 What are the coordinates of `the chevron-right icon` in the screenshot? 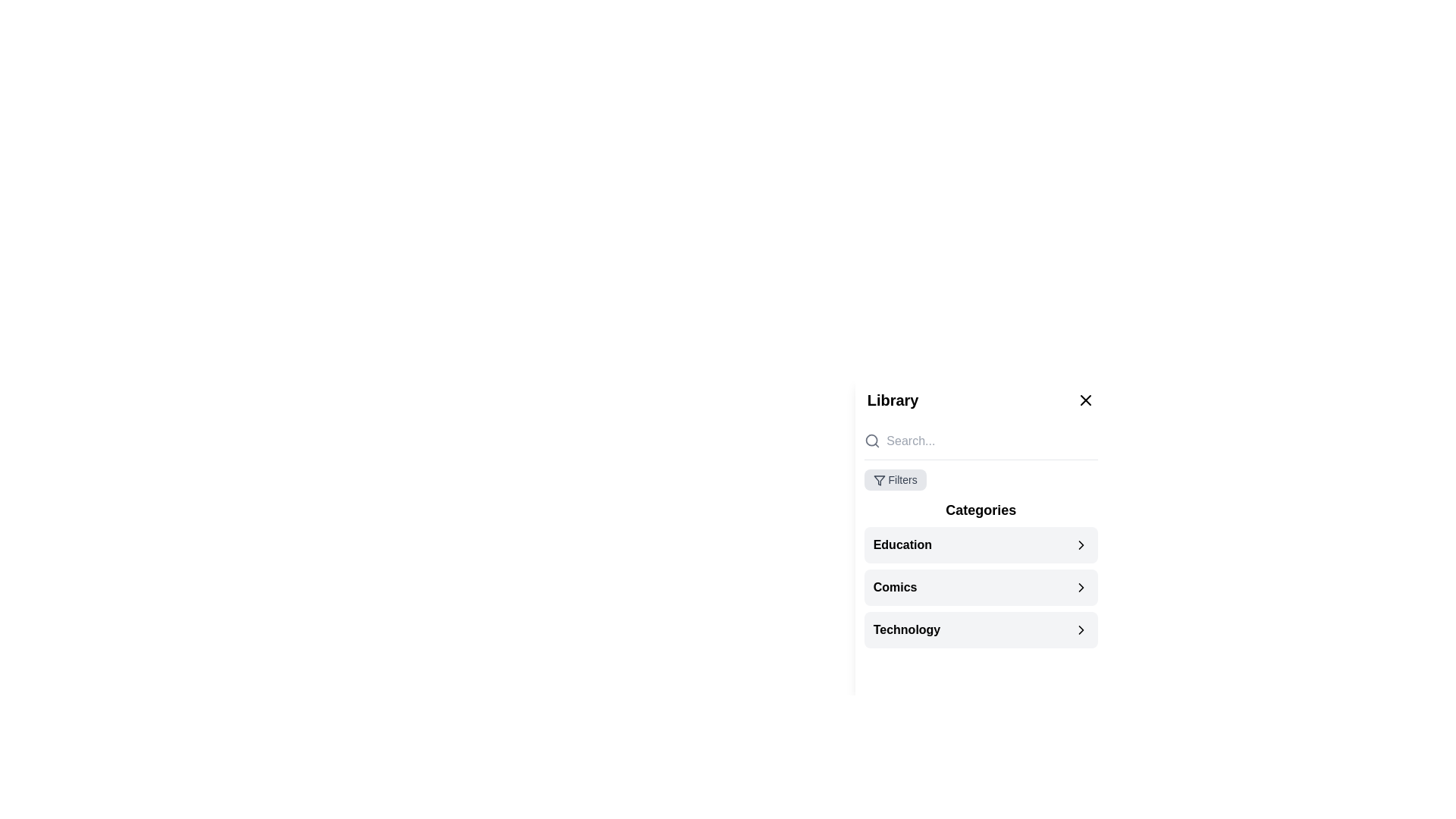 It's located at (1080, 544).